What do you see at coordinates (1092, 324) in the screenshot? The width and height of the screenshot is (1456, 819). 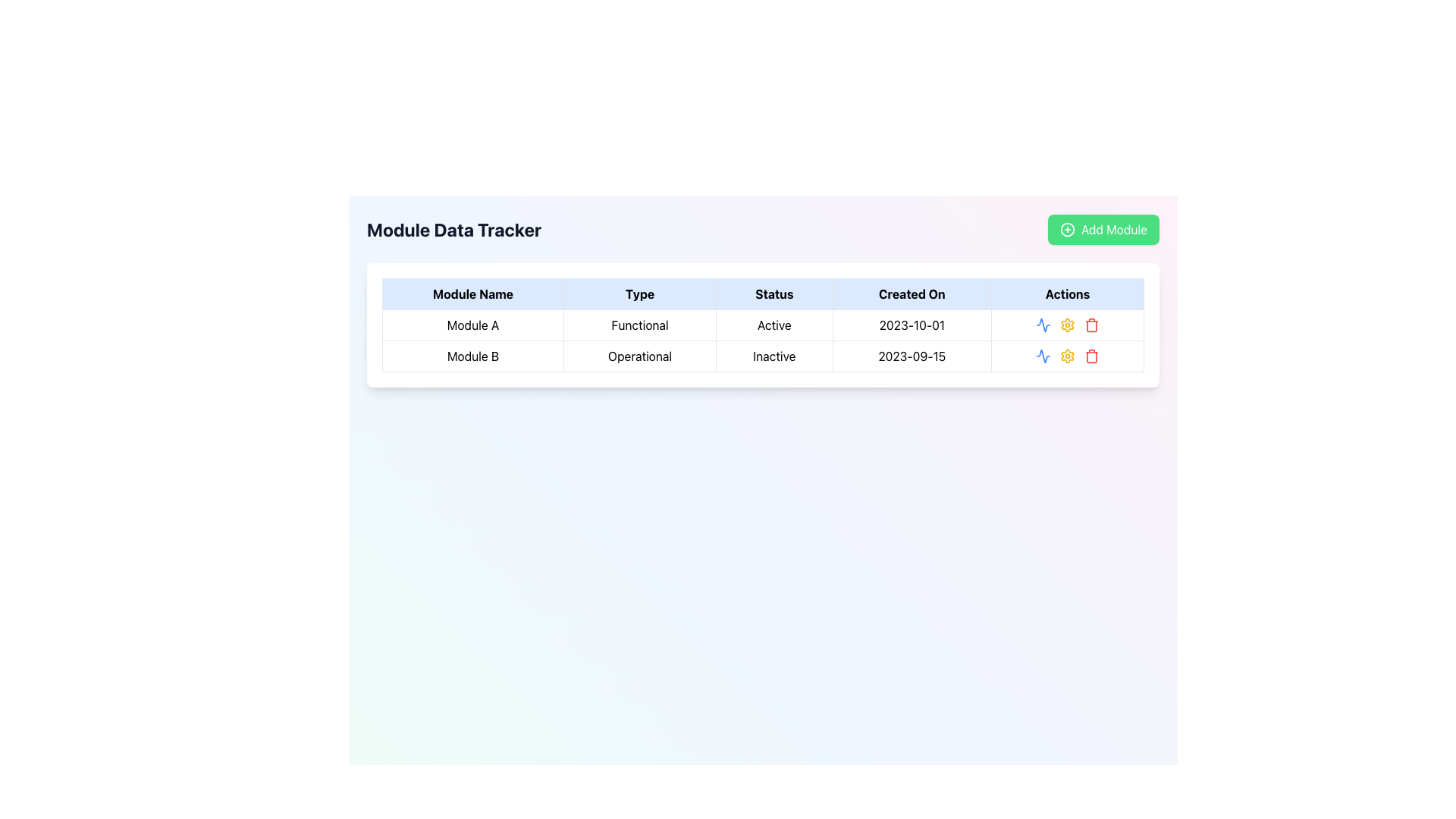 I see `the trash icon in the Action column of the second row of the table` at bounding box center [1092, 324].